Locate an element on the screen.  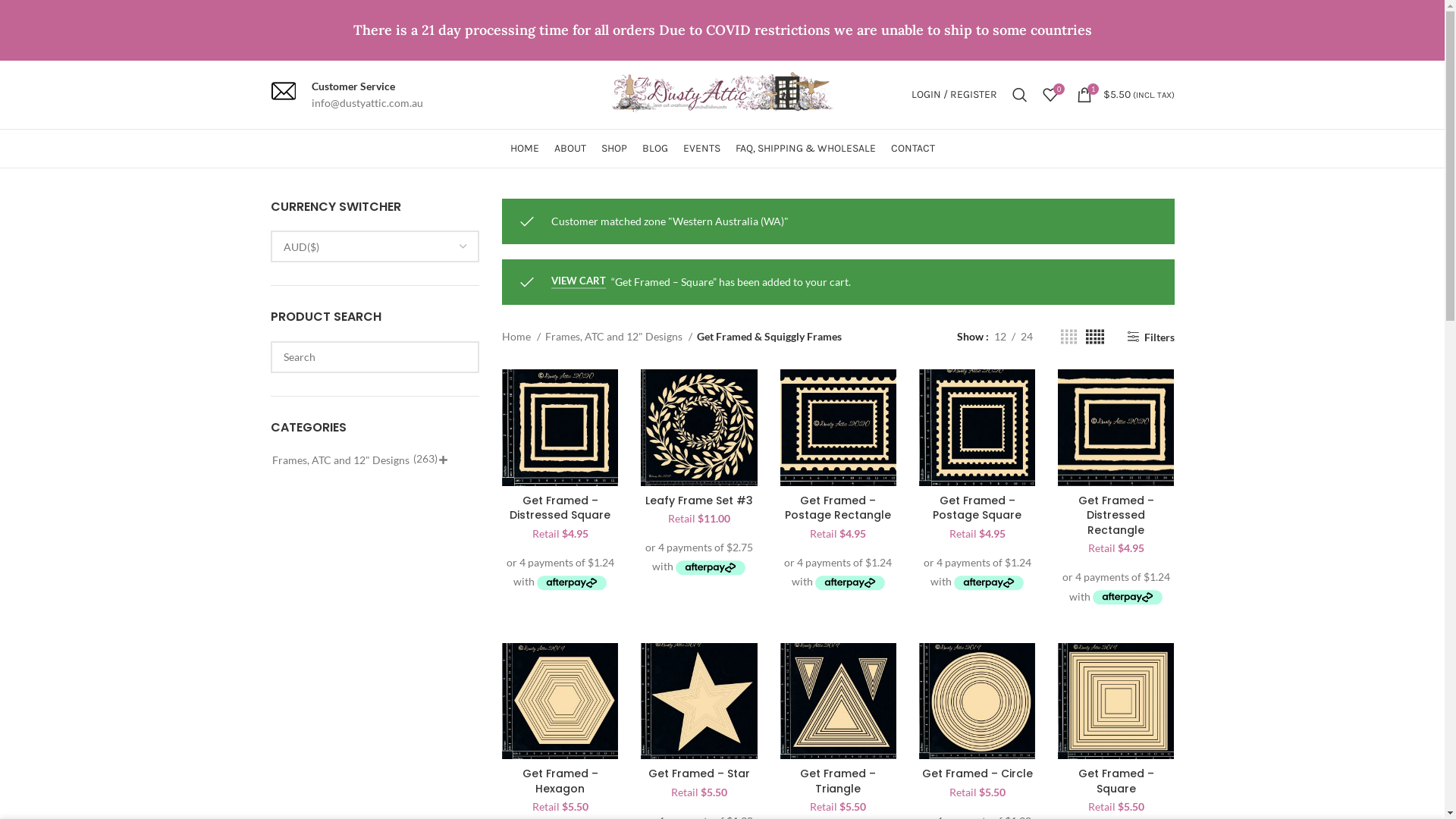
'CONTACT' is located at coordinates (912, 149).